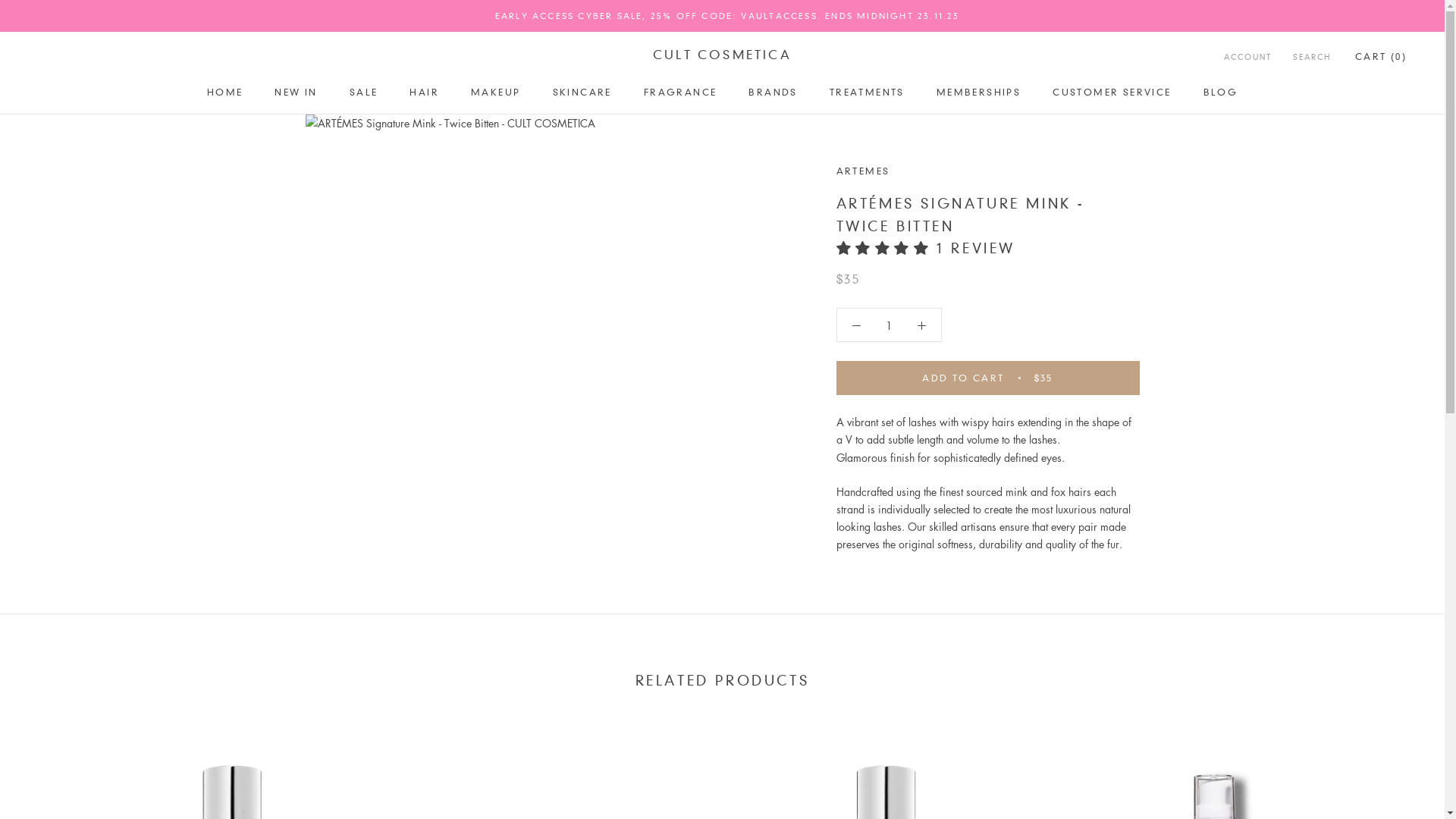 This screenshot has width=1456, height=819. Describe the element at coordinates (295, 92) in the screenshot. I see `'NEW IN` at that location.